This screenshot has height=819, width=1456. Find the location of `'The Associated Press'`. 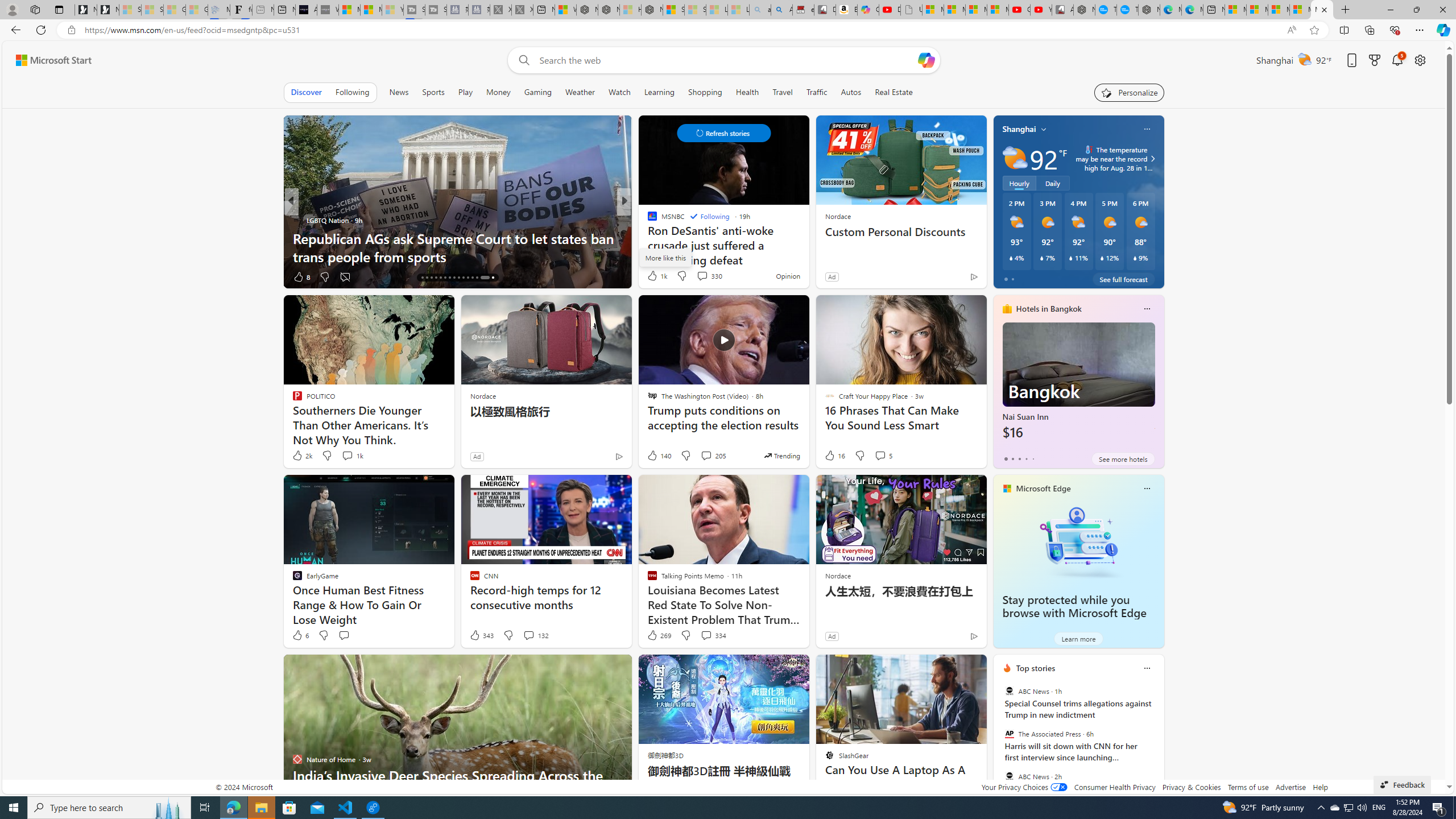

'The Associated Press' is located at coordinates (1008, 734).